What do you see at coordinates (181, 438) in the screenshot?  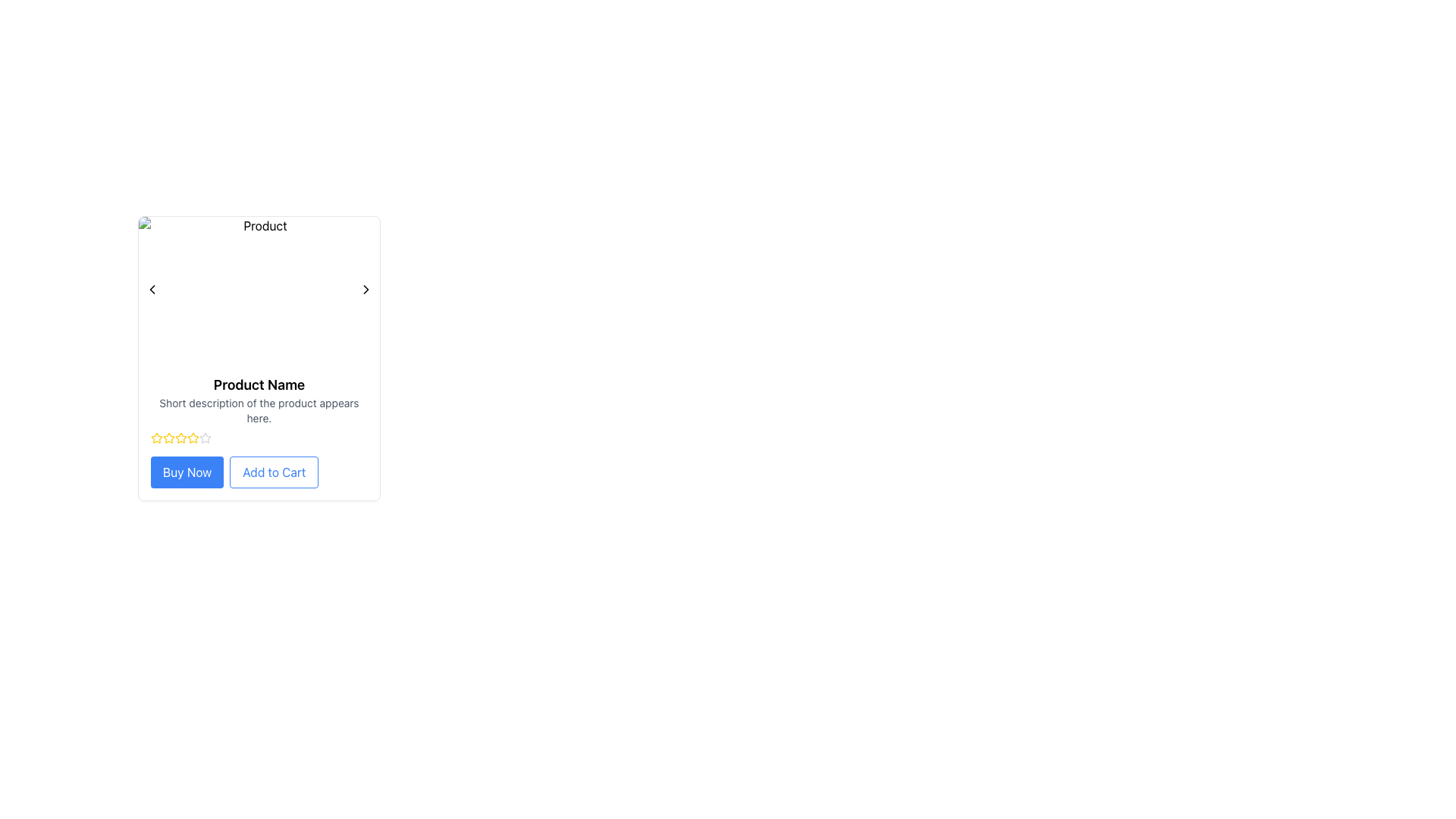 I see `the fifth star icon in the product rating system located at the lower section of the card interface beneath the product description text` at bounding box center [181, 438].